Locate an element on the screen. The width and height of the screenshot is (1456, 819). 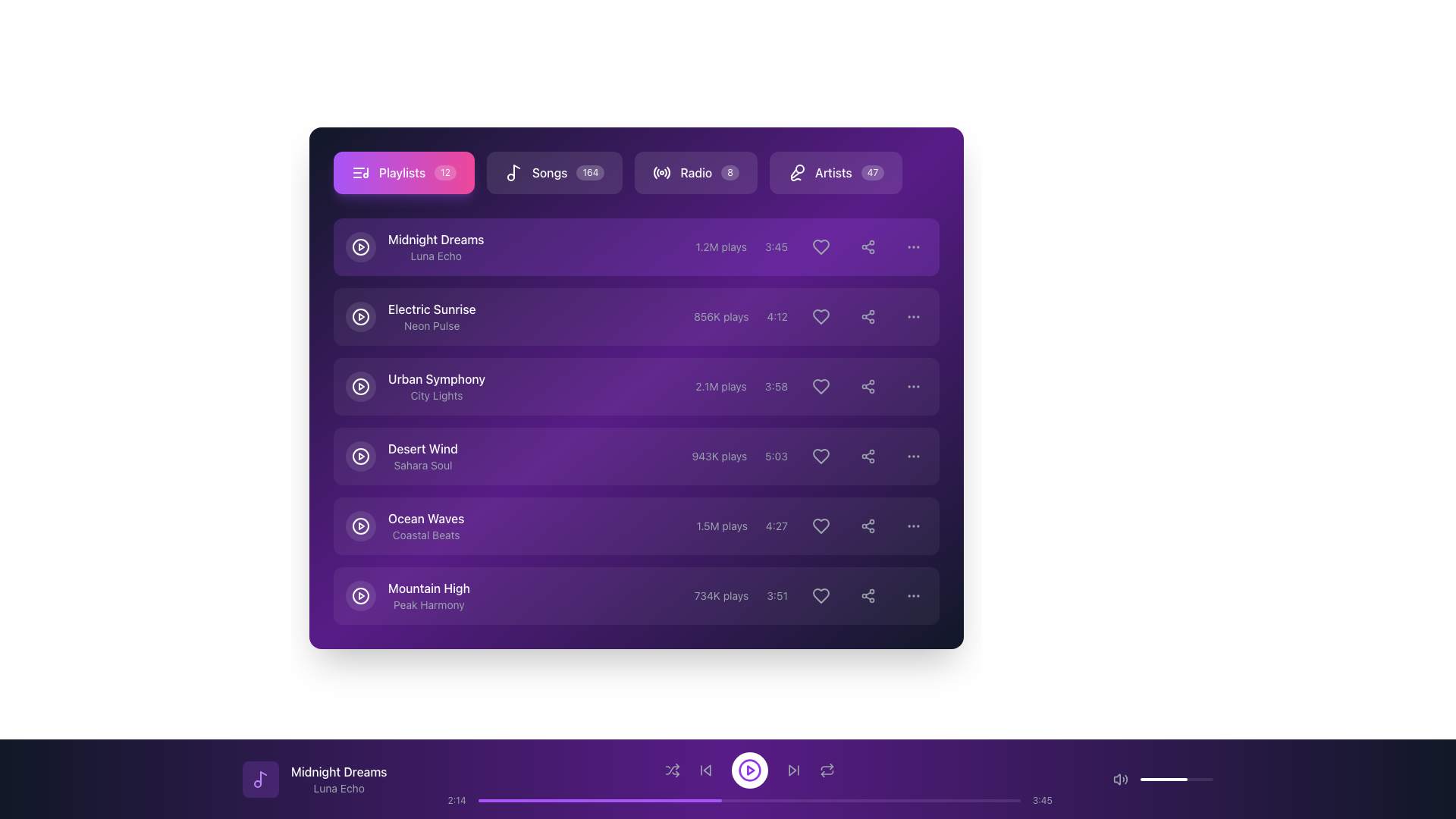
the playback button located to the left of the media entry labeled 'Desert Wind, Sahara Soul' is located at coordinates (359, 455).